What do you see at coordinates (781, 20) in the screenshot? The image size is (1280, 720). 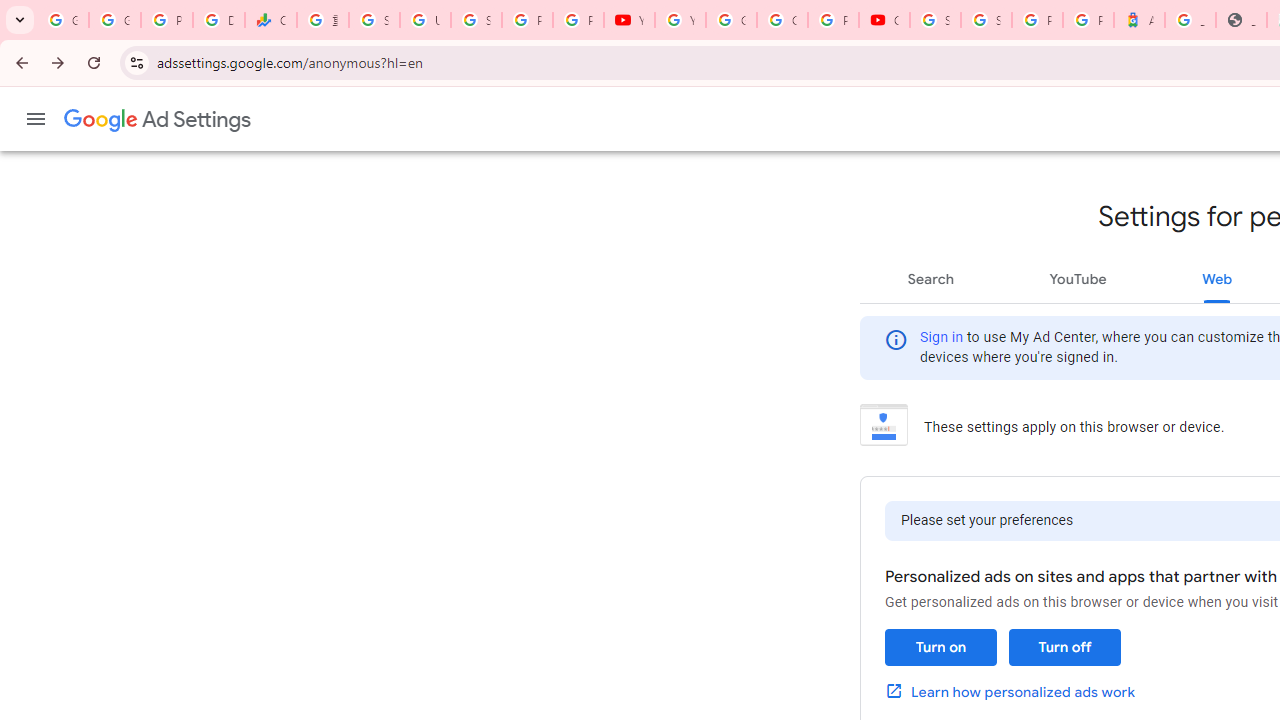 I see `'Create your Google Account'` at bounding box center [781, 20].